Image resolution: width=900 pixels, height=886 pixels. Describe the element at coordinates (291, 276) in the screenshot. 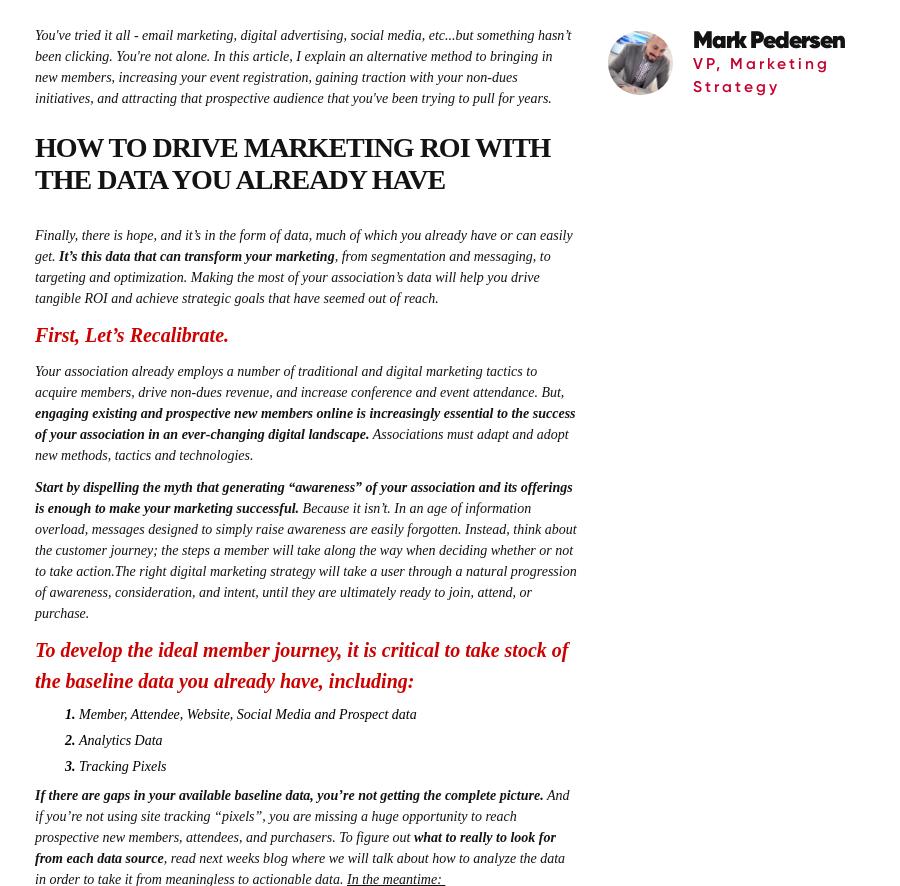

I see `', from segmentation and messaging, to targeting and optimization. Making the most of your association’s data will help you drive tangible ROI and achieve strategic goals that have seemed out of reach.'` at that location.